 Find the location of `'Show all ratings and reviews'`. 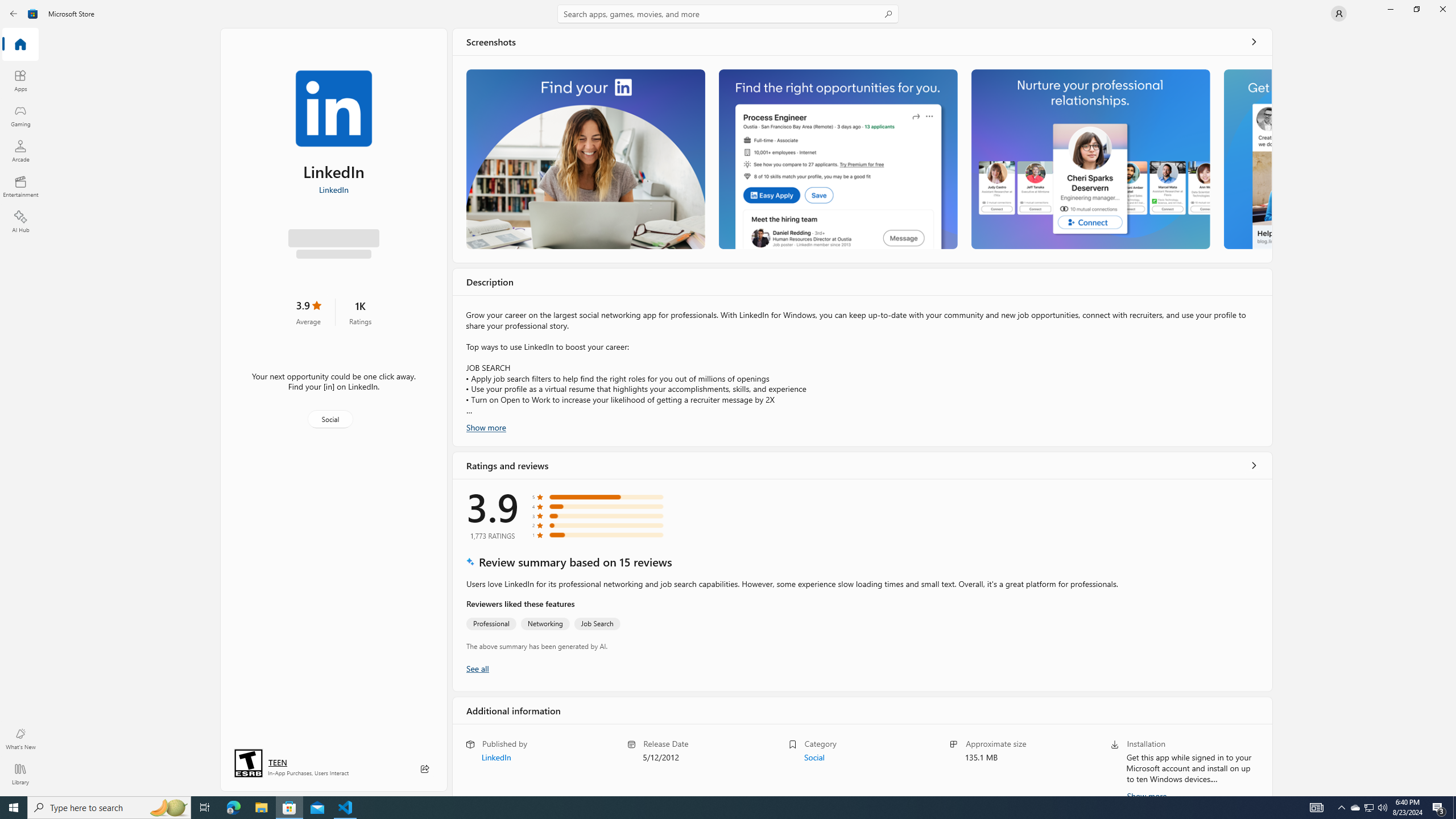

'Show all ratings and reviews' is located at coordinates (1254, 464).